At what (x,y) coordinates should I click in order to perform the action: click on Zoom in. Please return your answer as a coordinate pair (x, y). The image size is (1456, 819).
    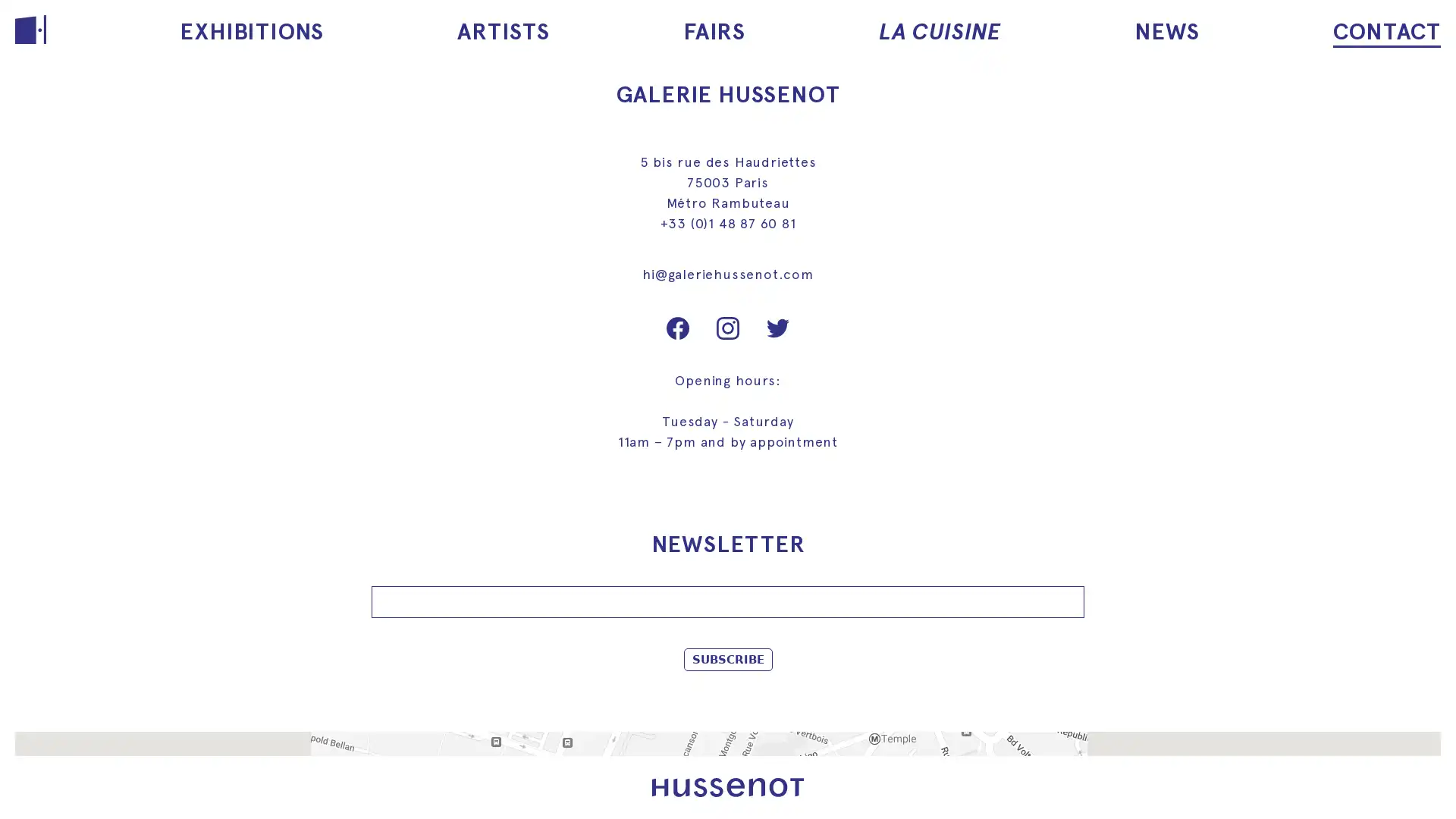
    Looking at the image, I should click on (37, 754).